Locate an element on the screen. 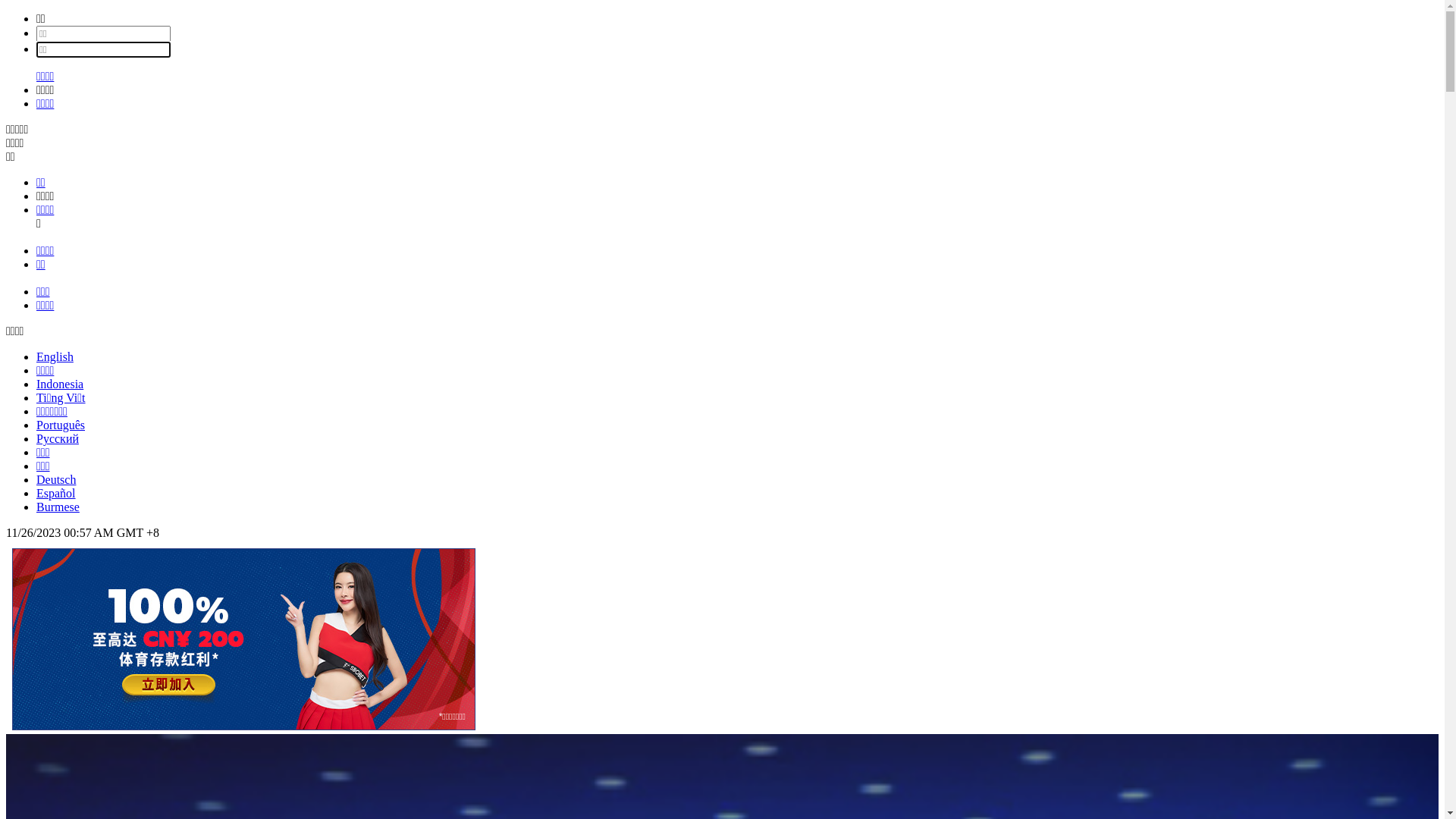 Image resolution: width=1456 pixels, height=819 pixels. '+' is located at coordinates (149, 532).